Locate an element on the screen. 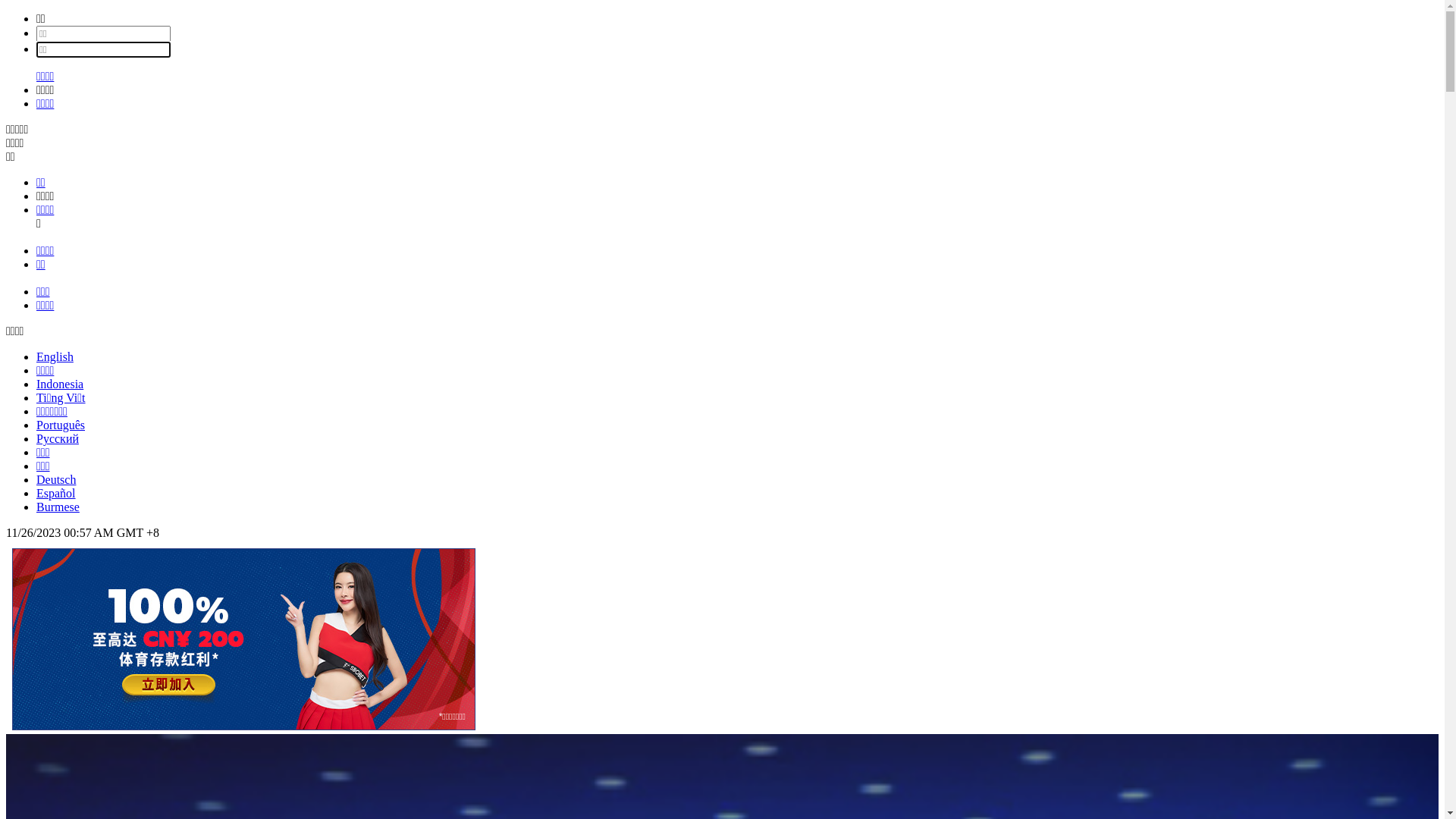 Image resolution: width=1456 pixels, height=819 pixels. '+' is located at coordinates (149, 532).